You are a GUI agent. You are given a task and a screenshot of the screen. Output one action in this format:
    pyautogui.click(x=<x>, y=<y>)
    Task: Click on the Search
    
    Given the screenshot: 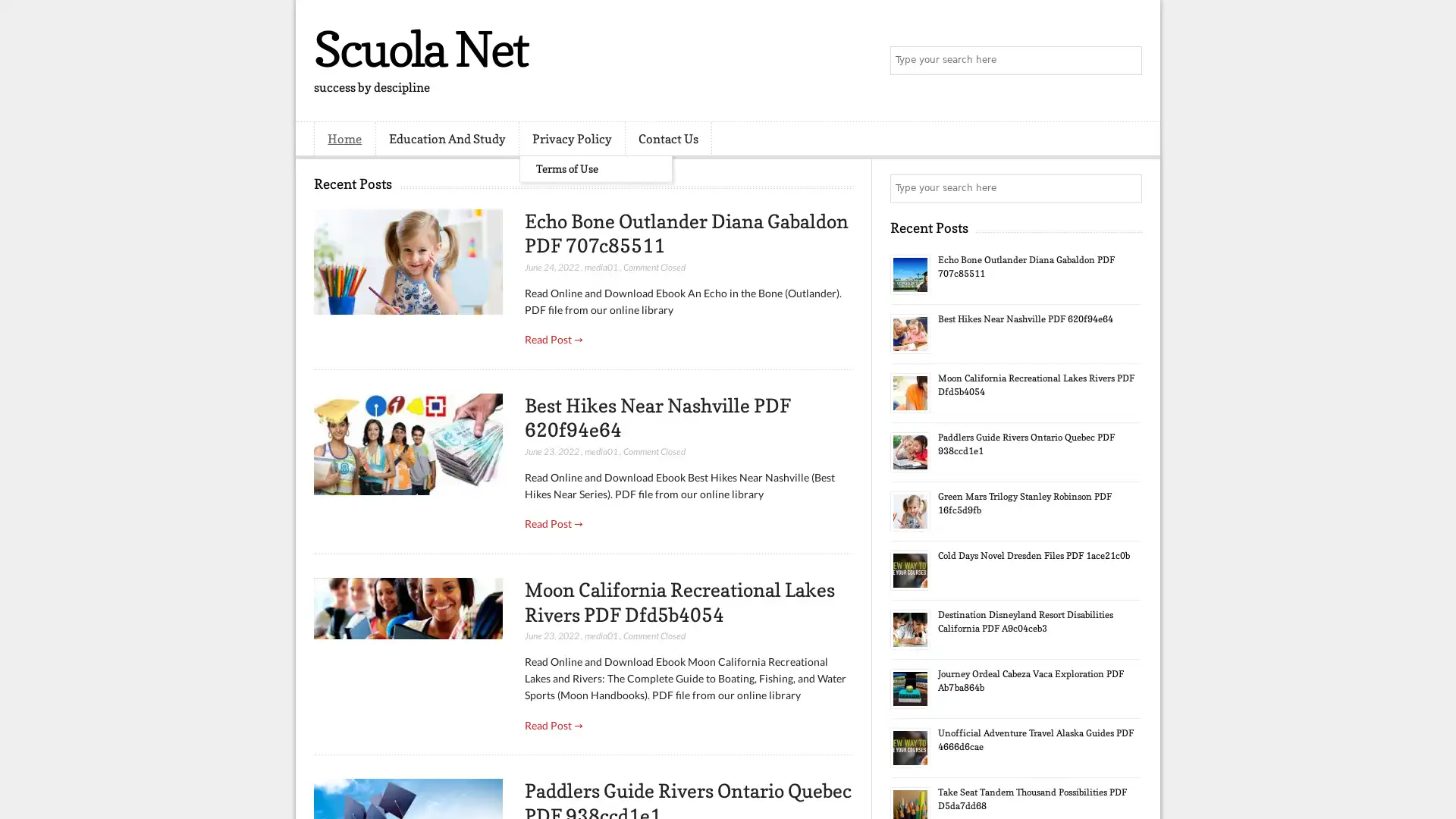 What is the action you would take?
    pyautogui.click(x=1126, y=61)
    